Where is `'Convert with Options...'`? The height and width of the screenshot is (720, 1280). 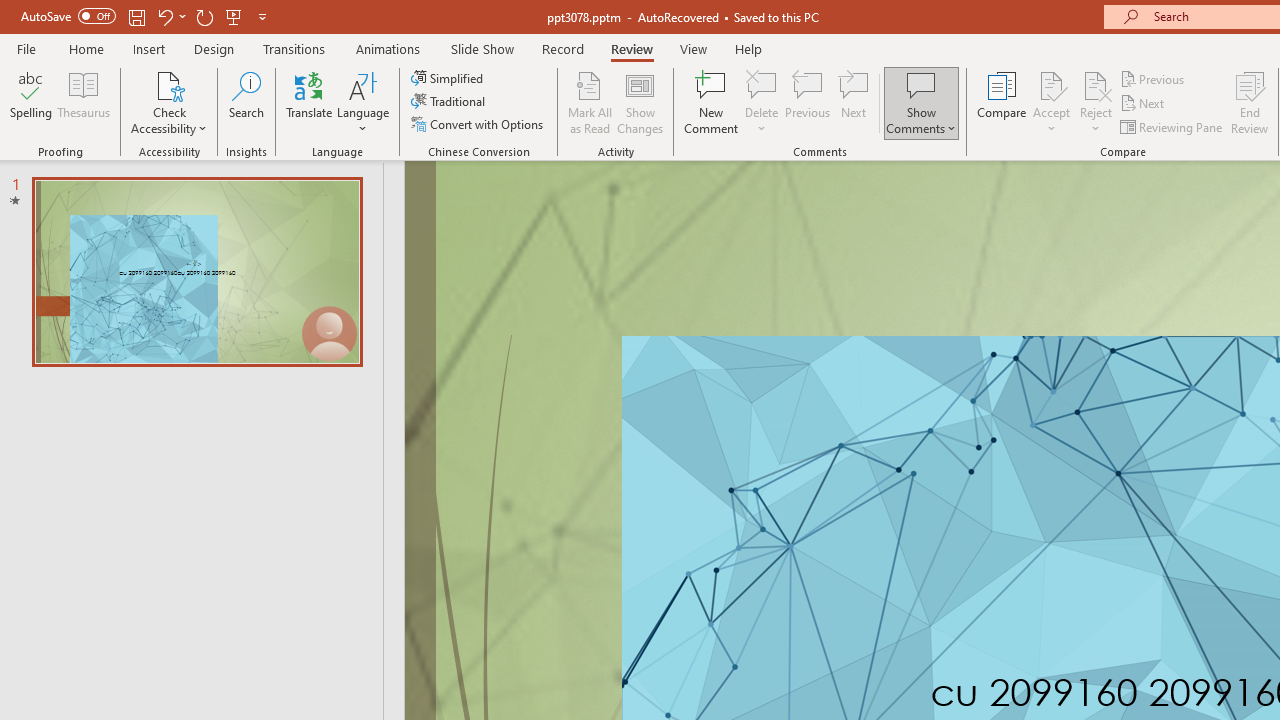
'Convert with Options...' is located at coordinates (478, 124).